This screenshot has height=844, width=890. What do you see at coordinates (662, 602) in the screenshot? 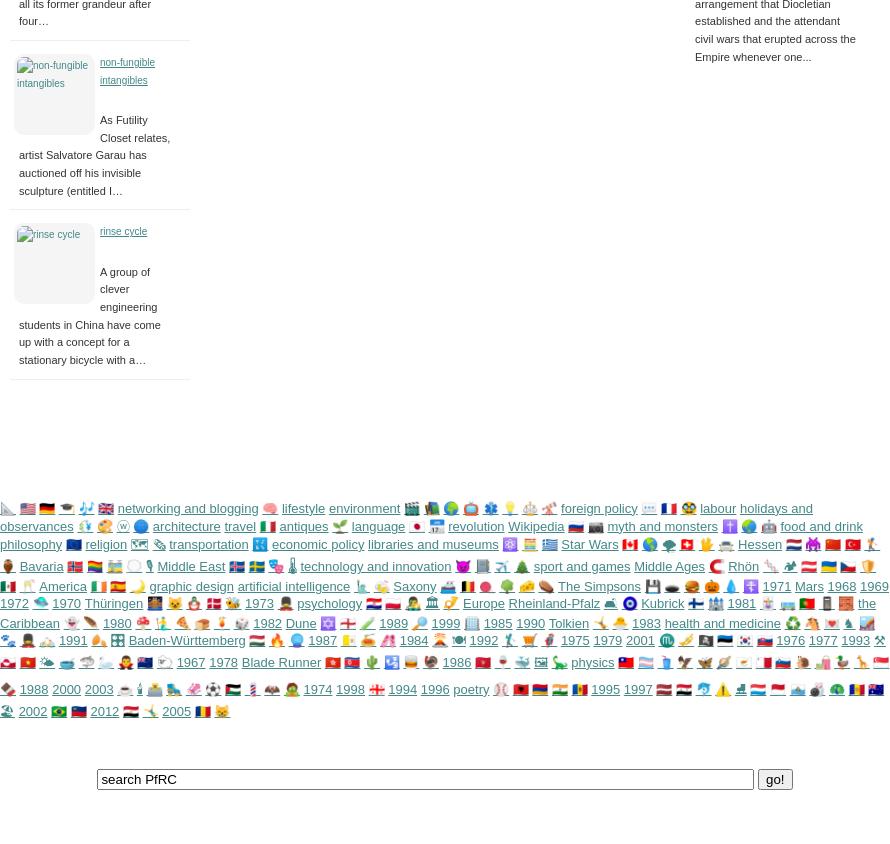
I see `'Kubrick'` at bounding box center [662, 602].